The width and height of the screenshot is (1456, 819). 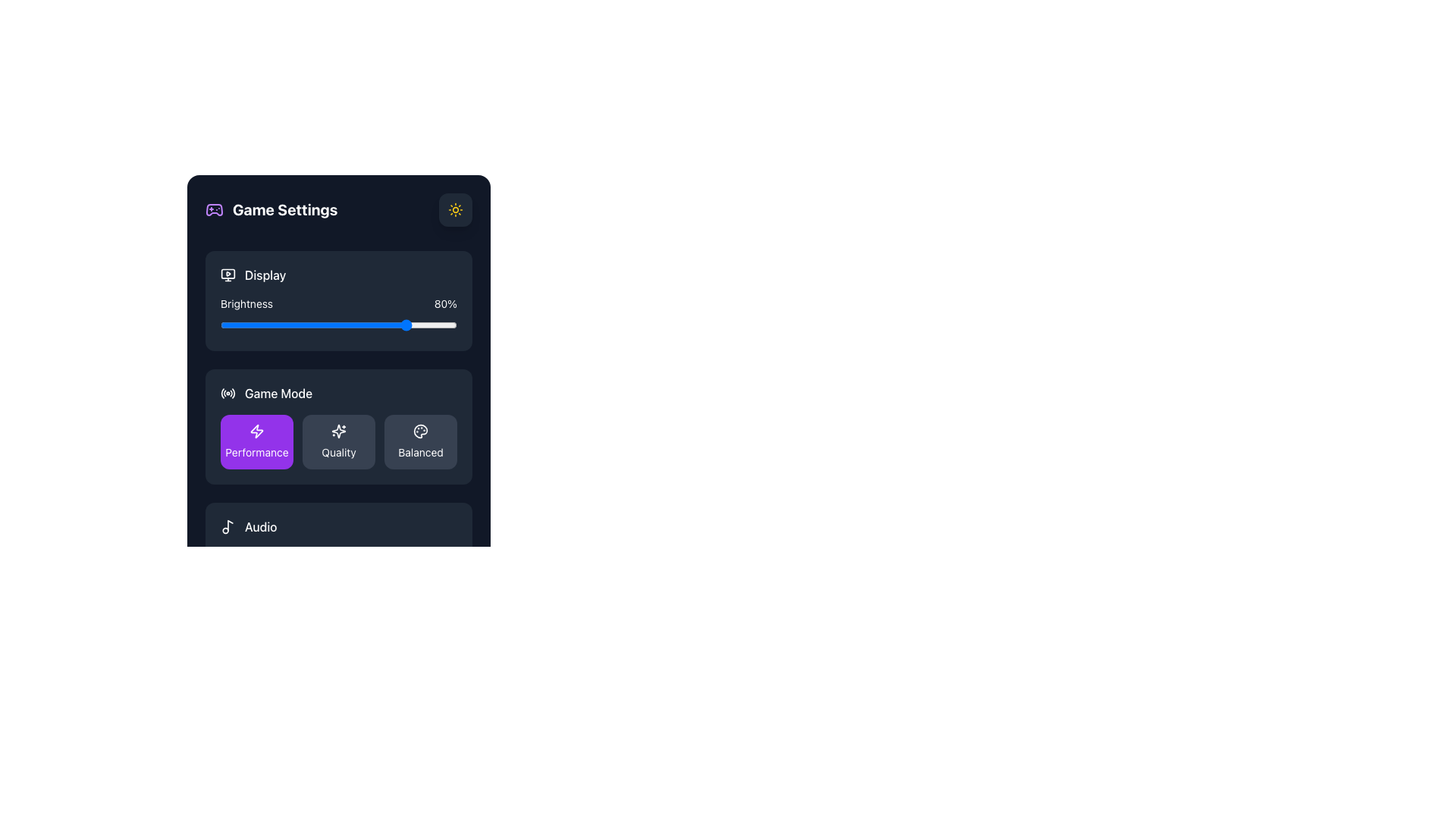 I want to click on brightness, so click(x=280, y=324).